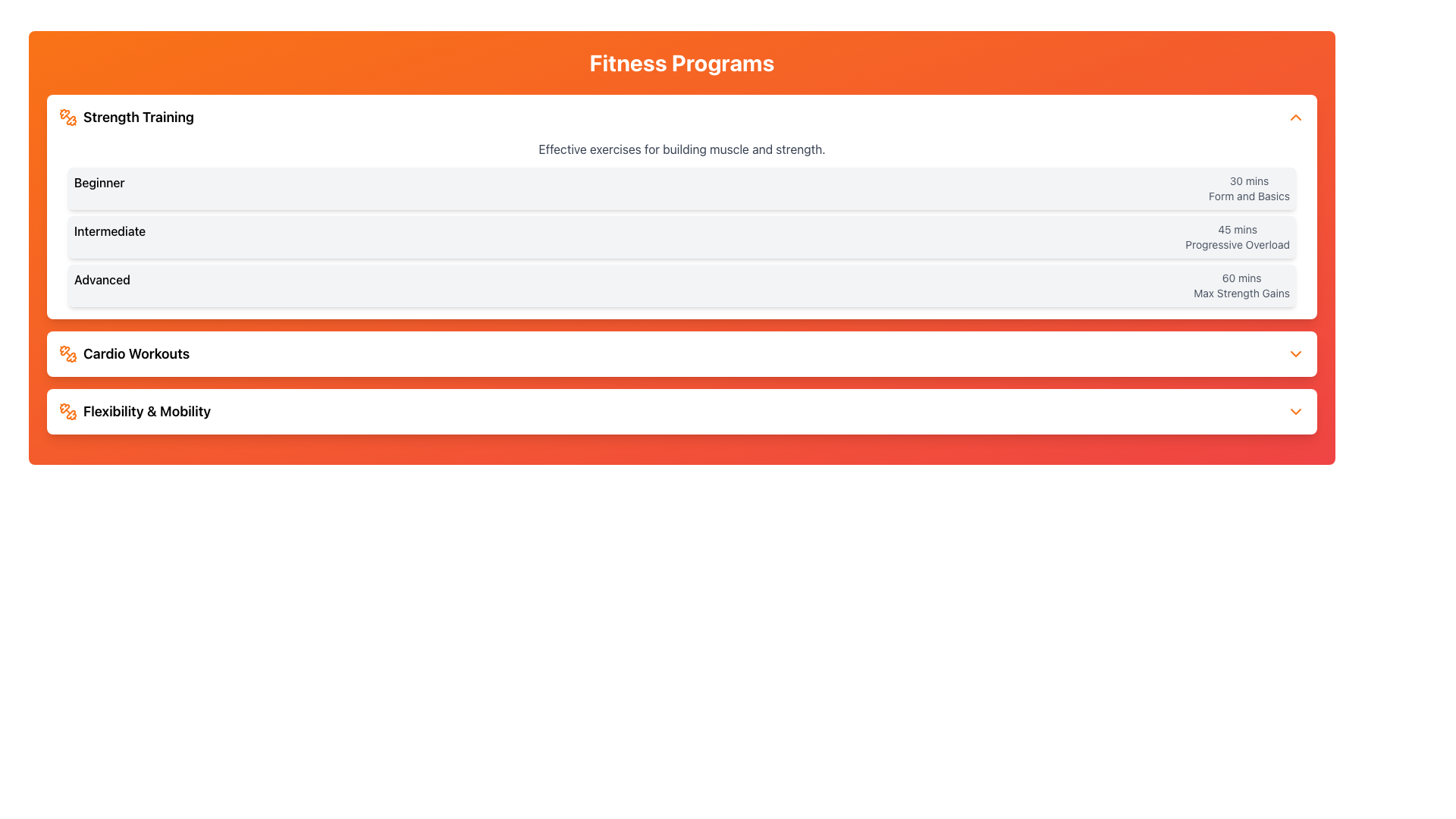 The image size is (1456, 819). Describe the element at coordinates (1238, 230) in the screenshot. I see `the text label indicating the time duration for the 'Intermediate' subsection under 'Strength Training', positioned above 'Progressive Overload'` at that location.